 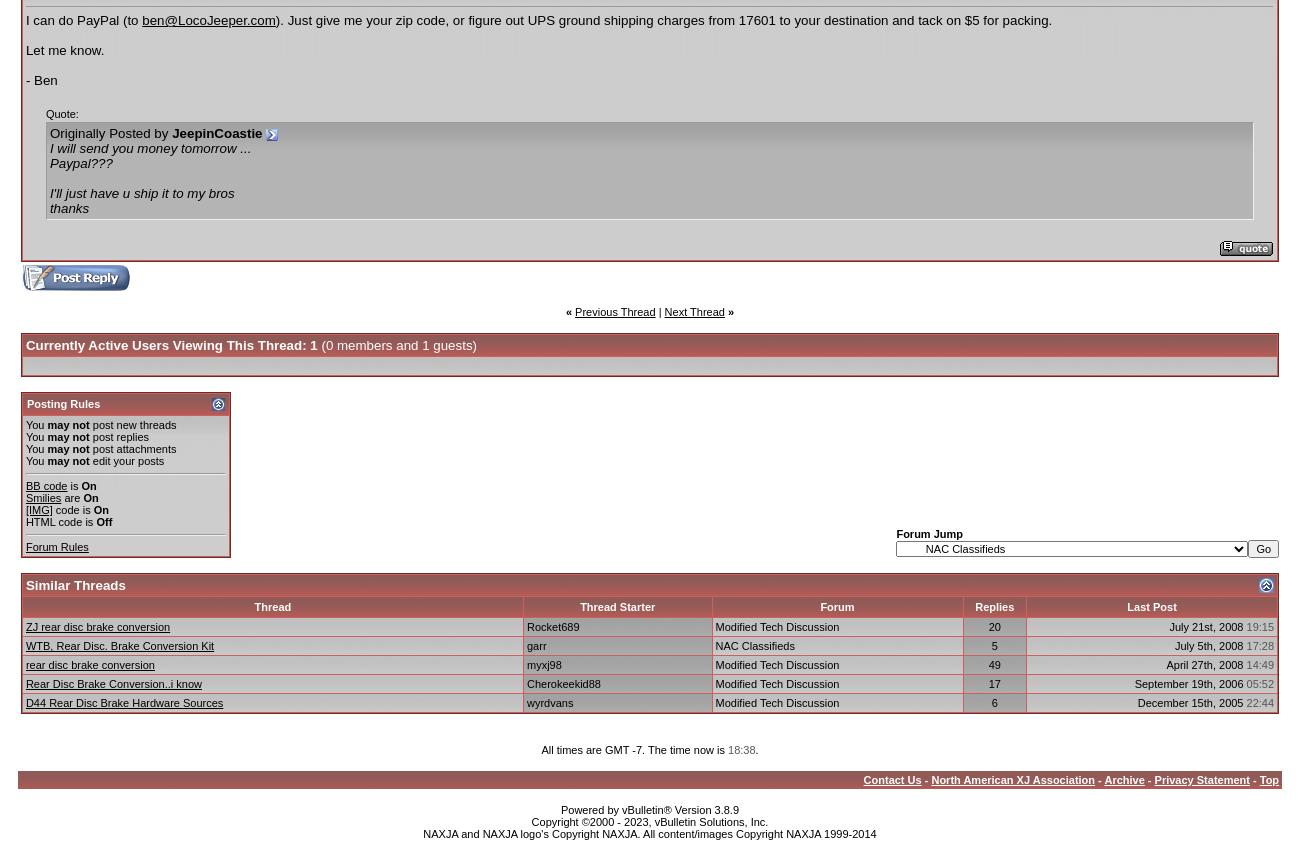 I want to click on 'myxj98', so click(x=525, y=664).